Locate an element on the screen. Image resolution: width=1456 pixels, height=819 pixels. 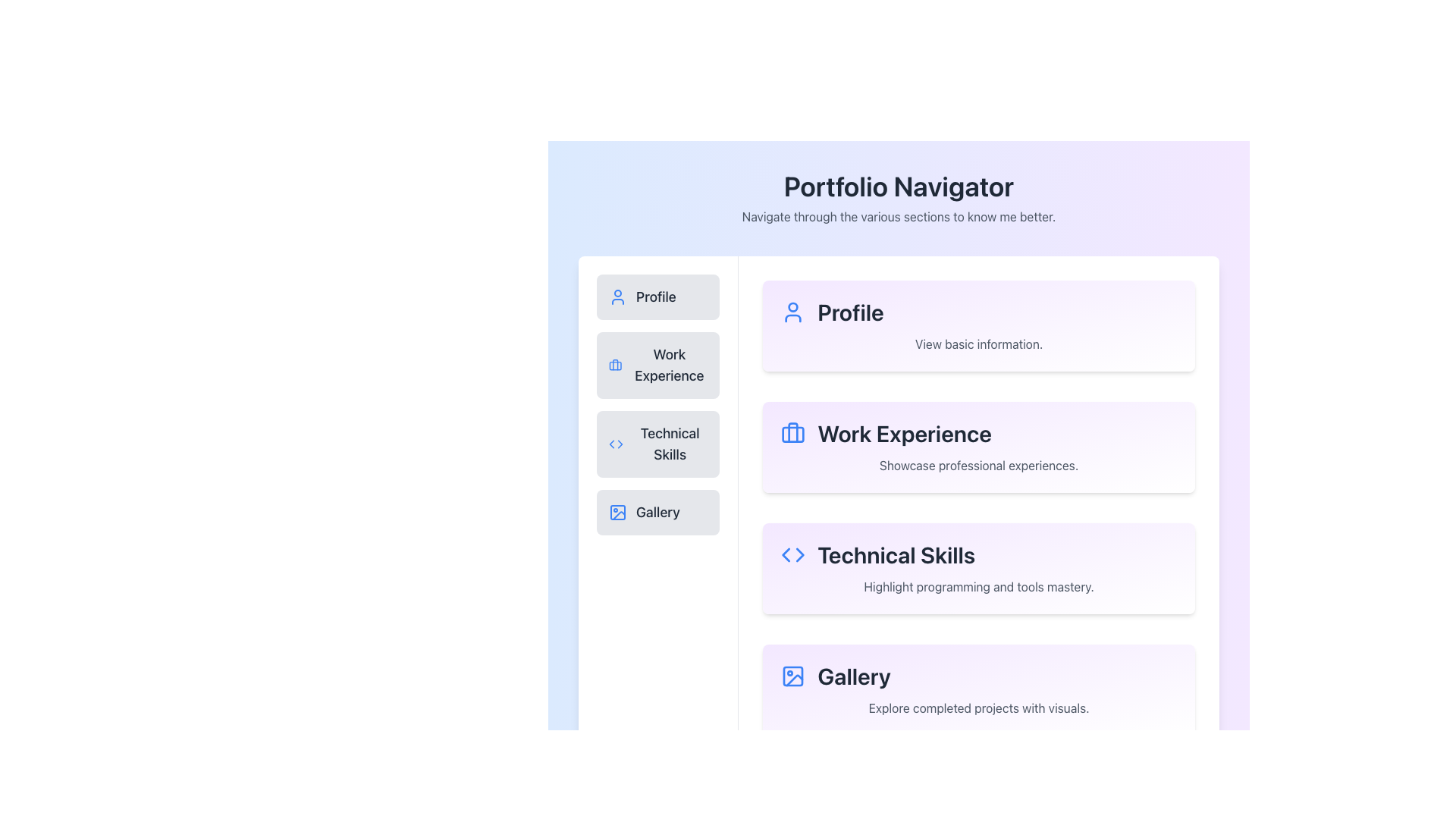
the left arrowhead SVG icon in the sidebar, which is part of the navigation icons set, positioned to the left of the 'Technical Skills' section is located at coordinates (786, 555).